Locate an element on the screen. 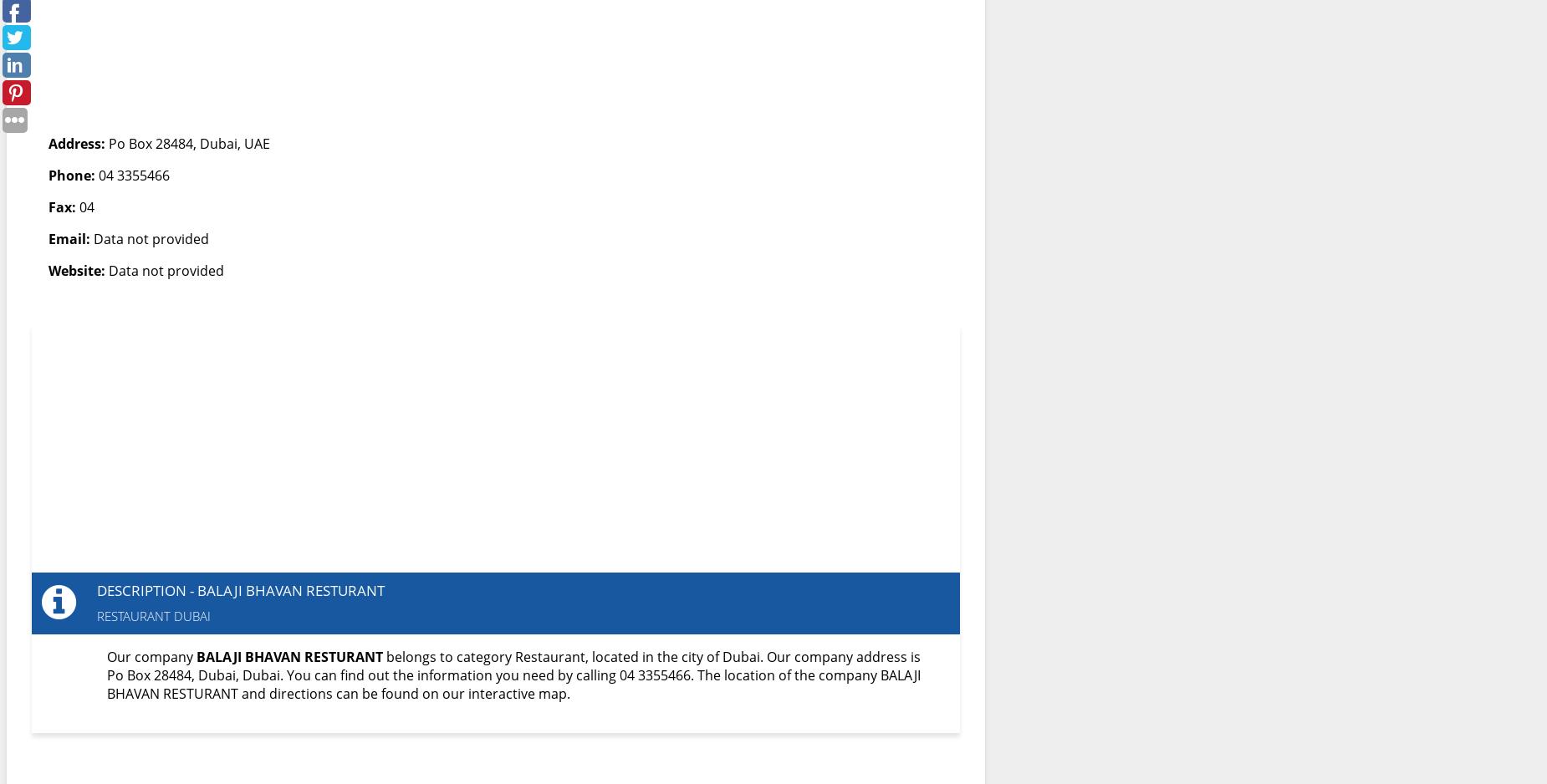 Image resolution: width=1547 pixels, height=784 pixels. 'Phone:' is located at coordinates (71, 176).